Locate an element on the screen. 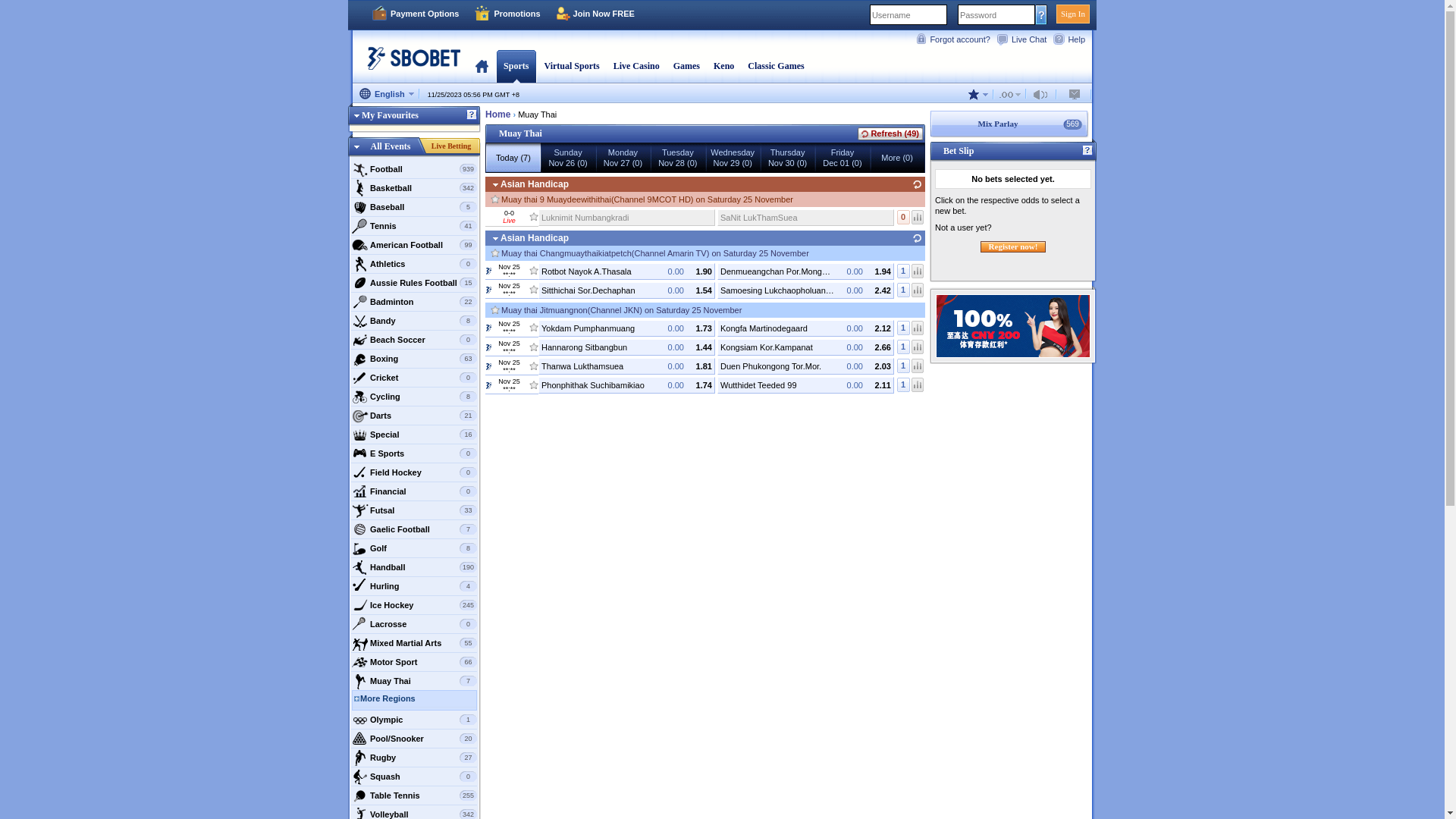 This screenshot has width=1456, height=819. 'E Sports is located at coordinates (414, 452).